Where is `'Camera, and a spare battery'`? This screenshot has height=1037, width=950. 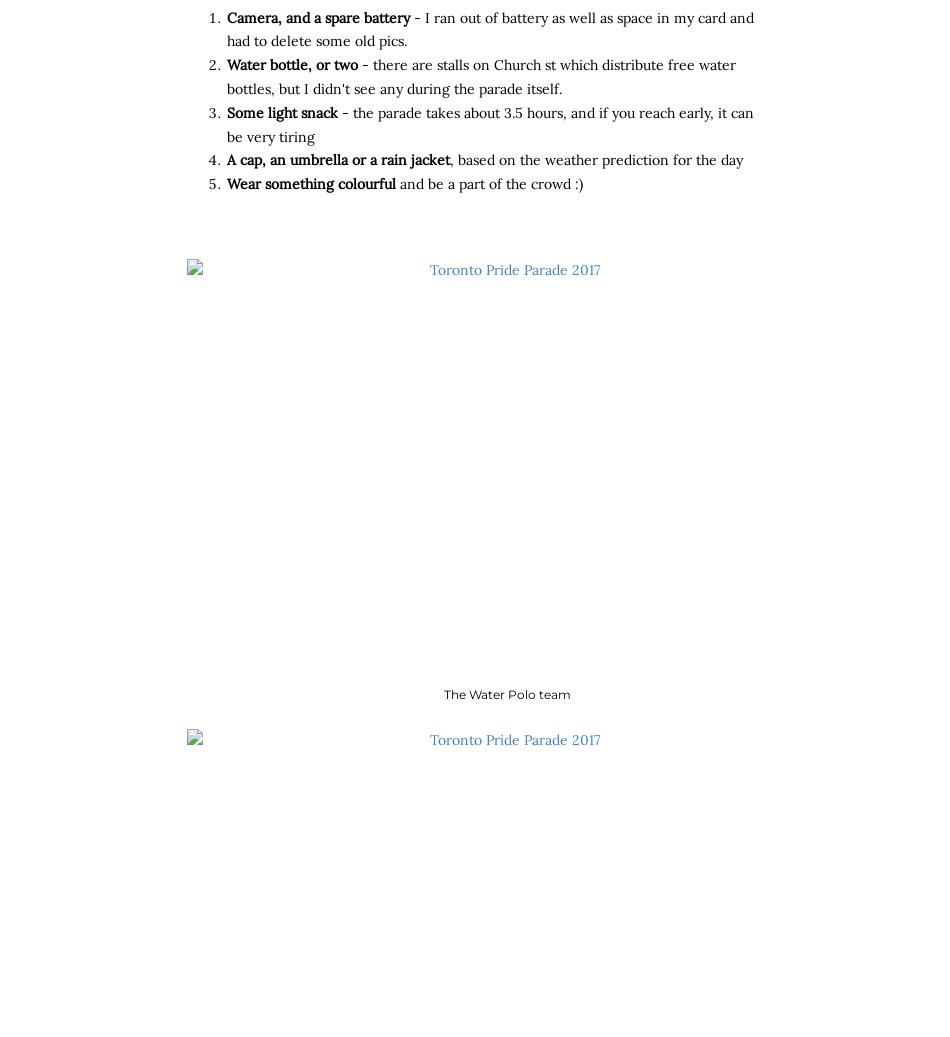 'Camera, and a spare battery' is located at coordinates (317, 16).